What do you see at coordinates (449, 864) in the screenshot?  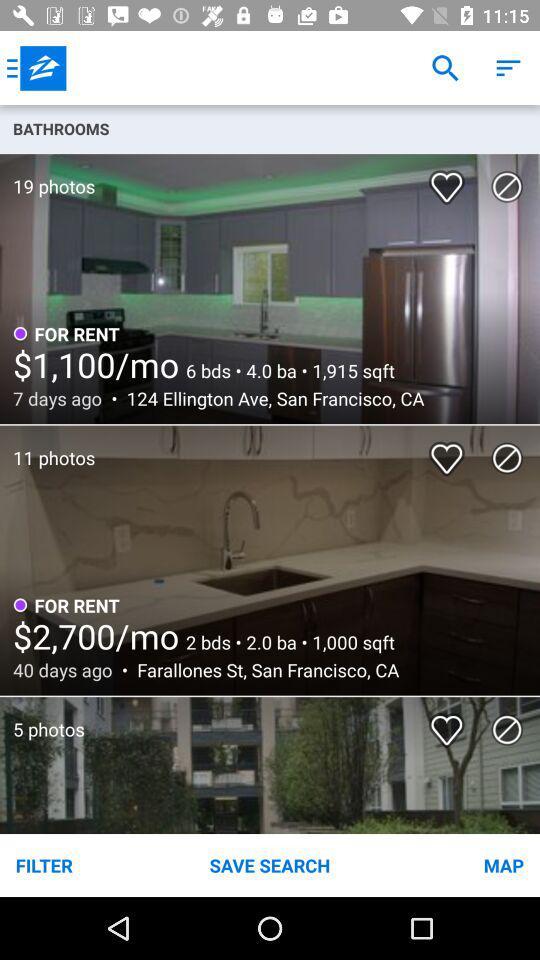 I see `item to the right of the save search` at bounding box center [449, 864].